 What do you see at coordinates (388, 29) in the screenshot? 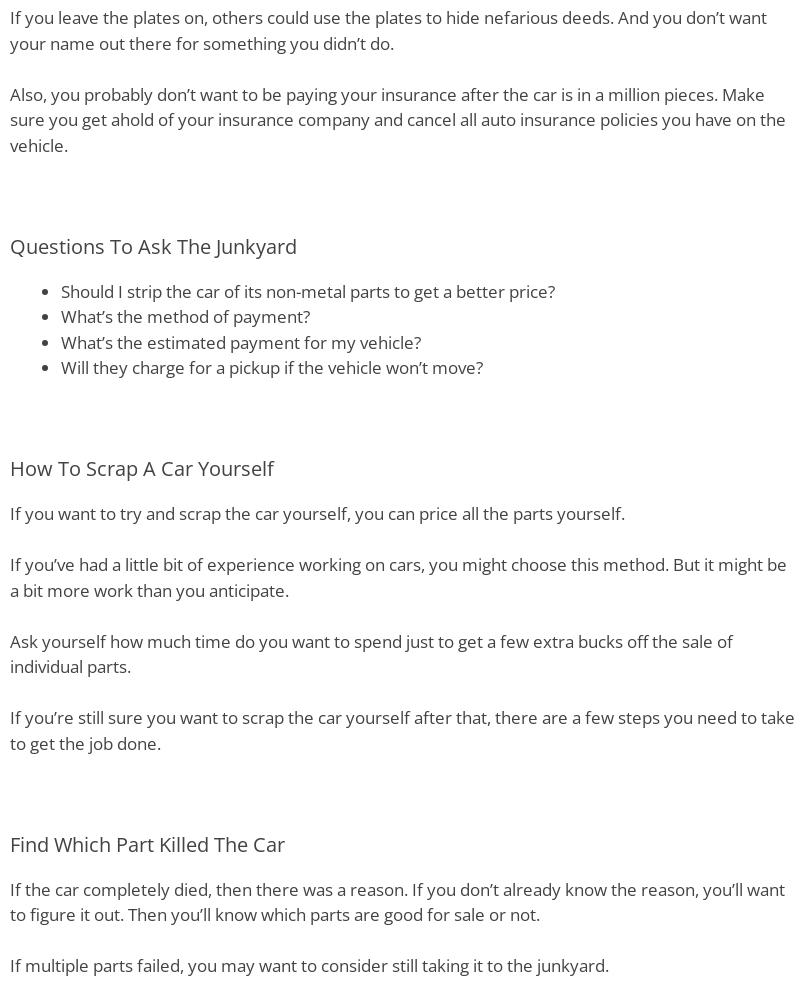
I see `'If you leave the plates on, others could use the plates to hide nefarious deeds. And you don’t want your name out there for something you didn’t do.'` at bounding box center [388, 29].